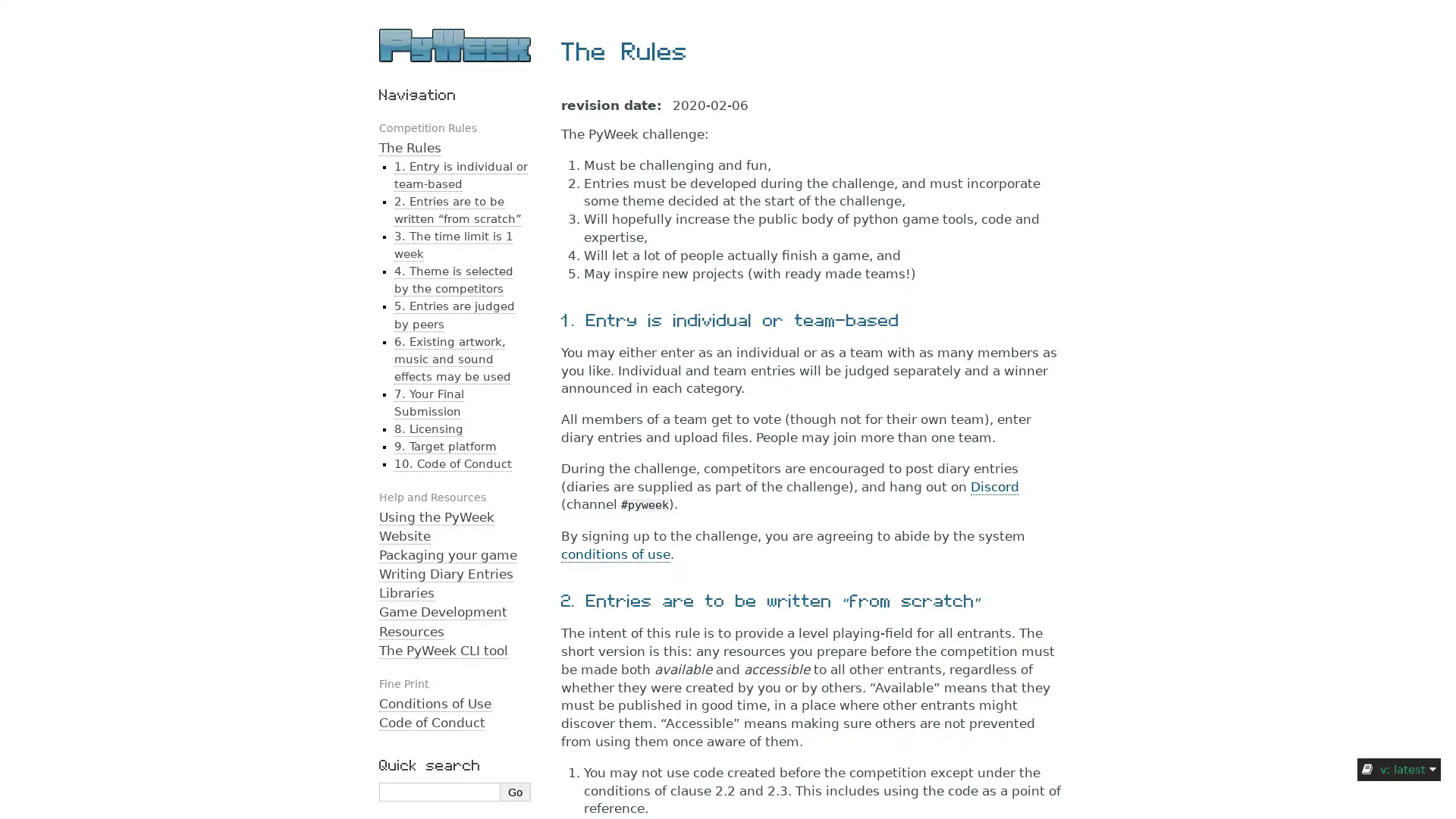 This screenshot has width=1456, height=819. What do you see at coordinates (516, 791) in the screenshot?
I see `Go` at bounding box center [516, 791].